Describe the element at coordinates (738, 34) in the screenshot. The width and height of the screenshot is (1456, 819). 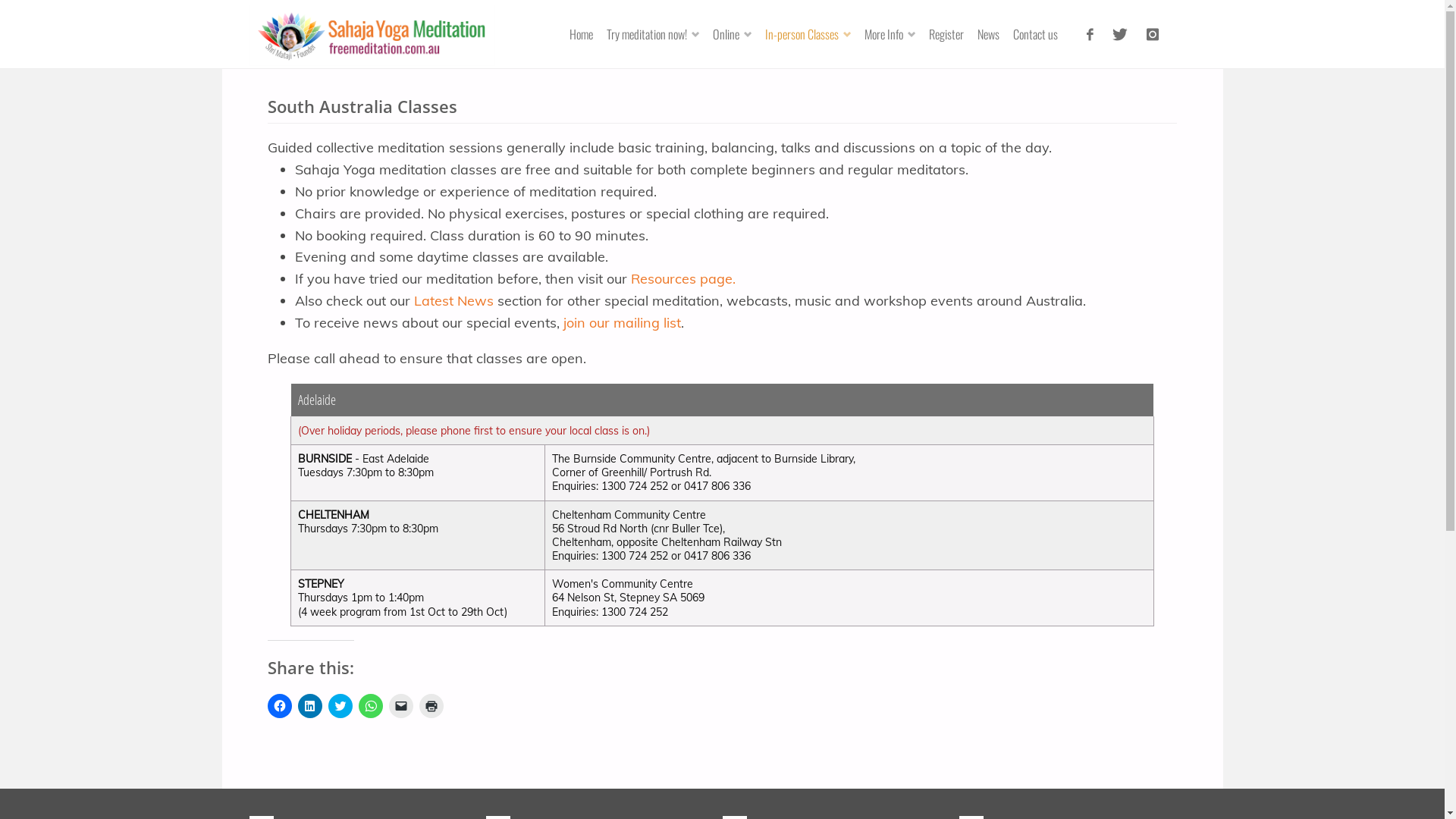
I see `'Online'` at that location.